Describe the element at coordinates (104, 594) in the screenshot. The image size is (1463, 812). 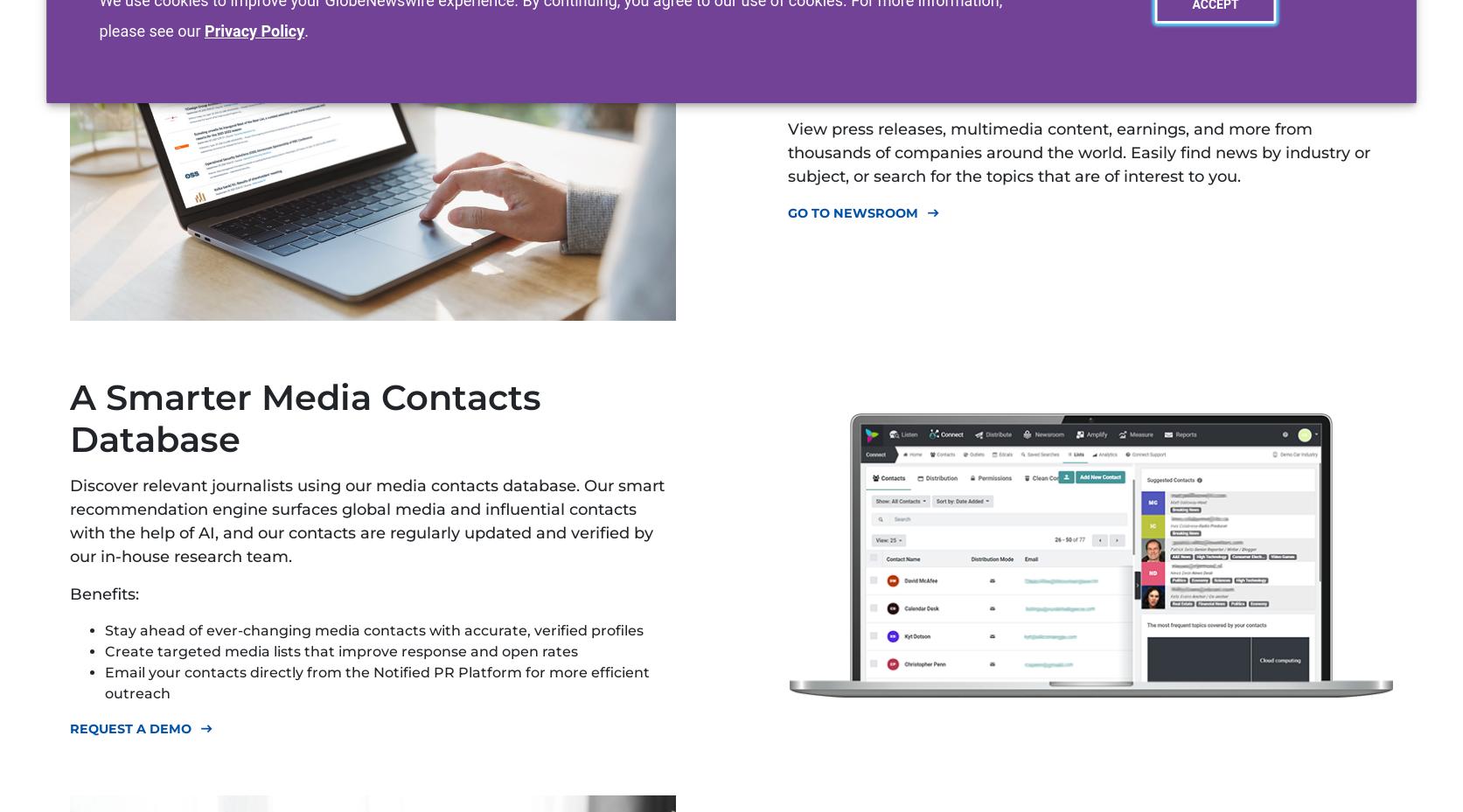
I see `'Benefits:'` at that location.